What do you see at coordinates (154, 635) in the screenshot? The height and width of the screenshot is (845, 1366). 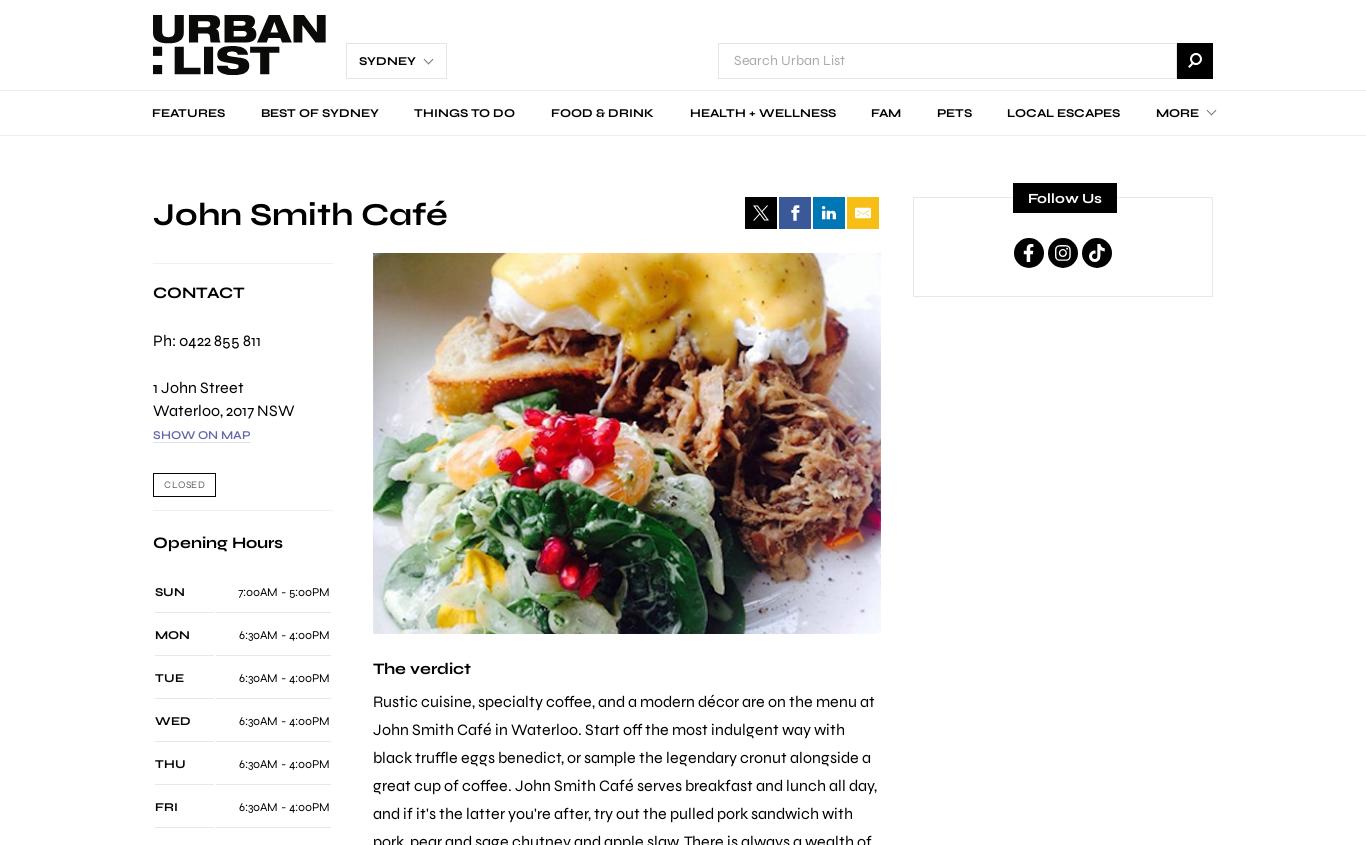 I see `'MON'` at bounding box center [154, 635].